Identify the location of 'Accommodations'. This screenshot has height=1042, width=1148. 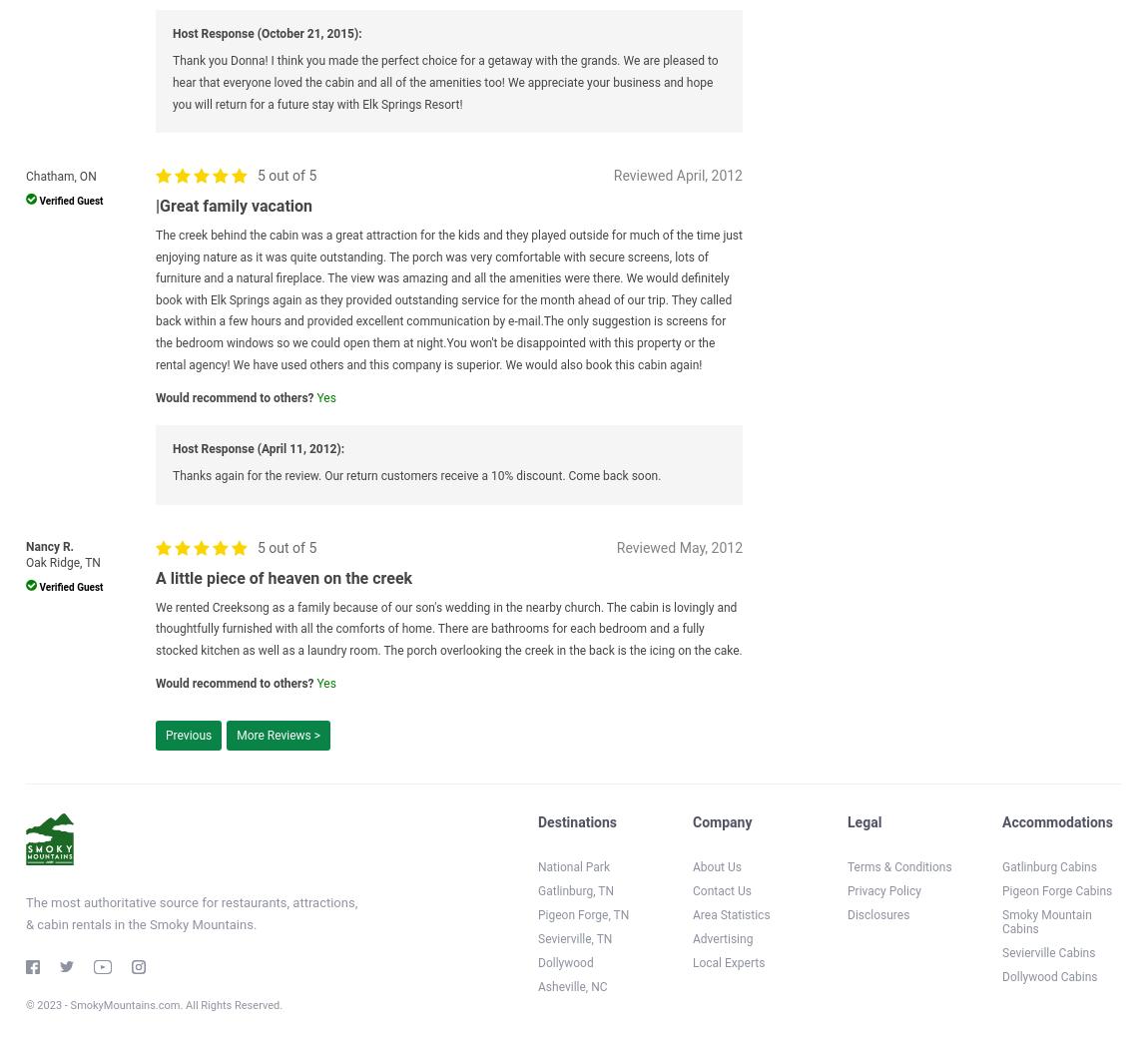
(1057, 821).